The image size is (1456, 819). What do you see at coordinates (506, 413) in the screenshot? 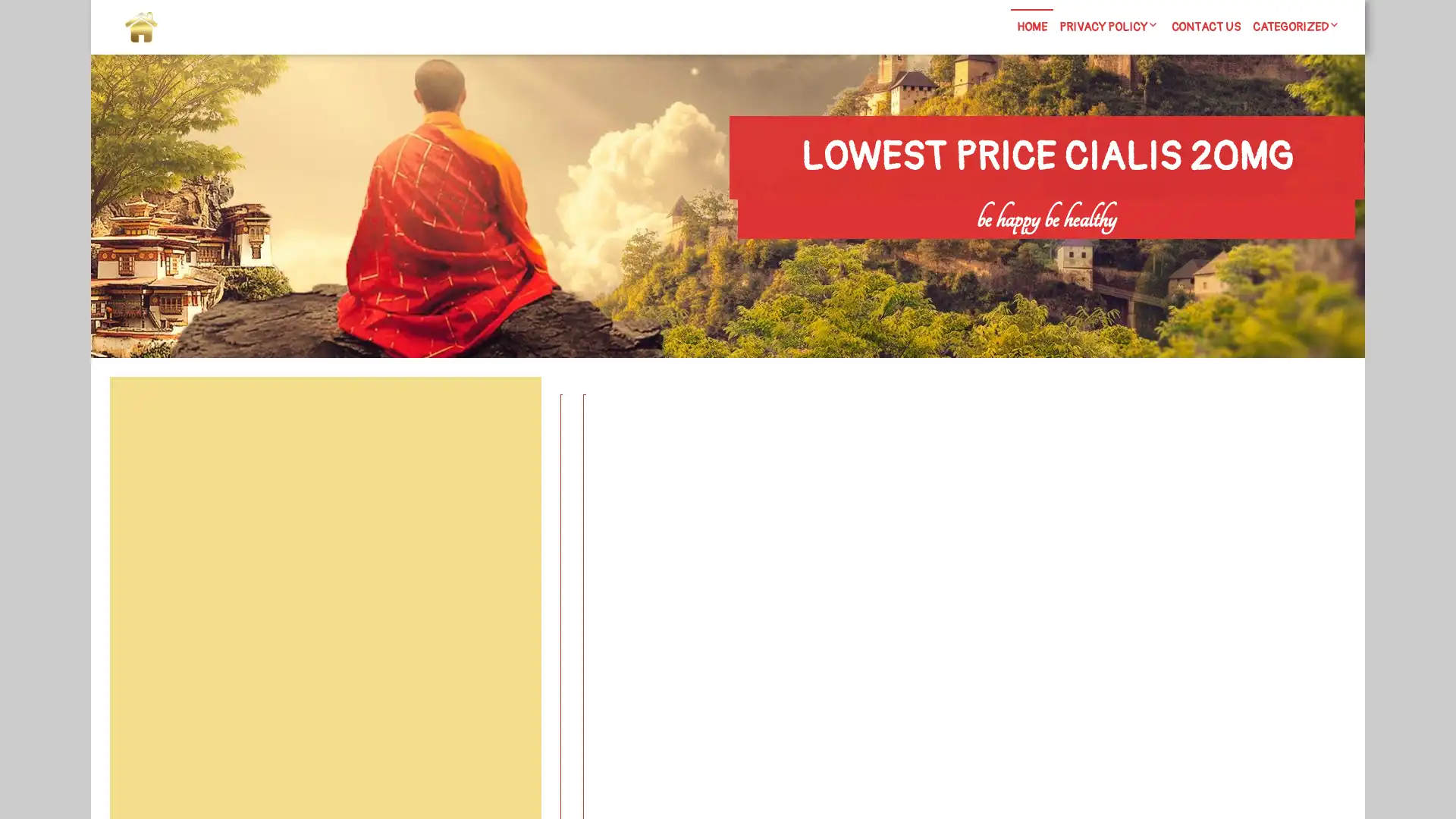
I see `Search` at bounding box center [506, 413].